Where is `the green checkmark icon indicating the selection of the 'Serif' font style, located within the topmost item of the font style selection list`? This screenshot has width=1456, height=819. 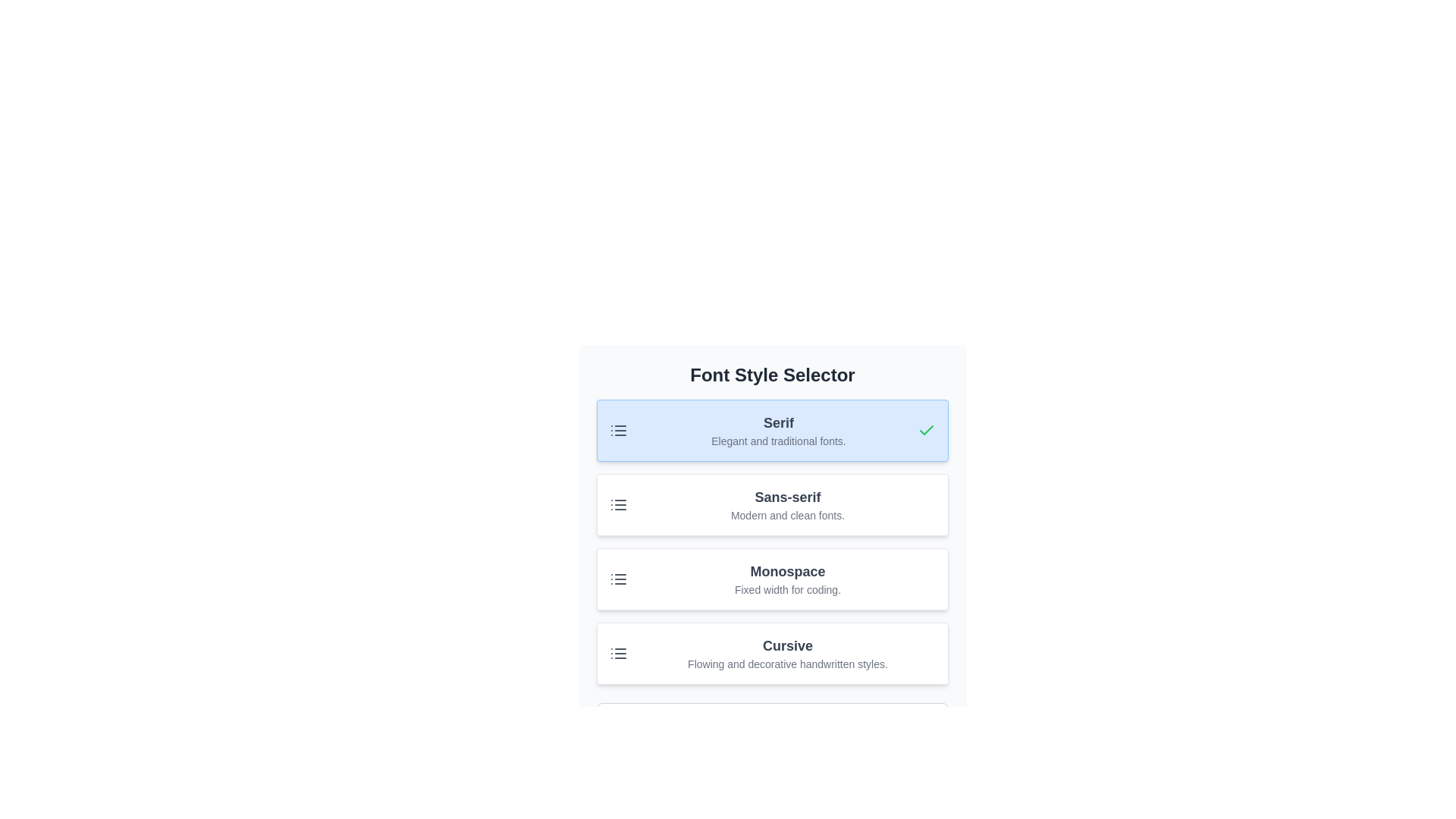
the green checkmark icon indicating the selection of the 'Serif' font style, located within the topmost item of the font style selection list is located at coordinates (926, 430).